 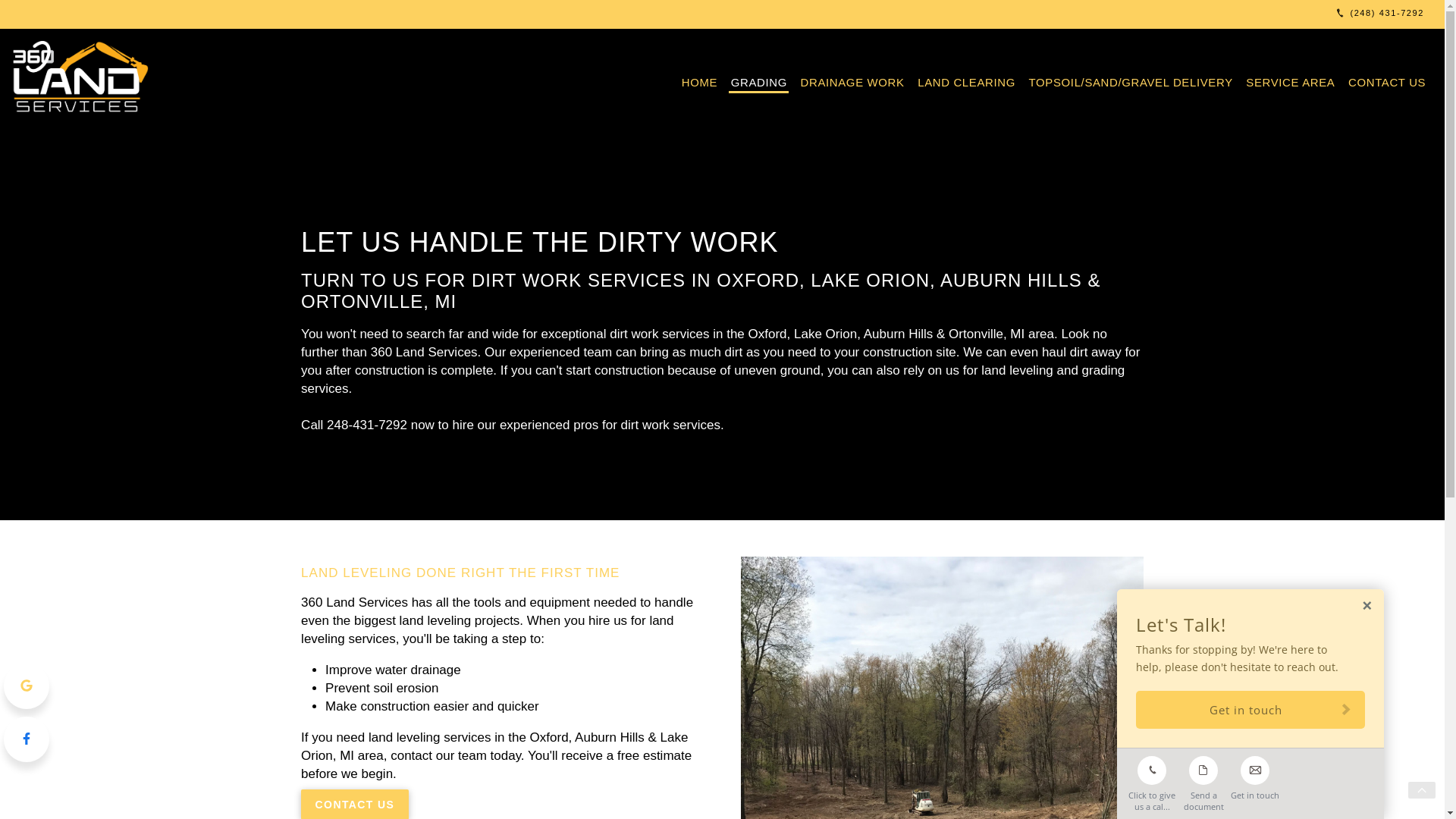 What do you see at coordinates (698, 79) in the screenshot?
I see `'HOME'` at bounding box center [698, 79].